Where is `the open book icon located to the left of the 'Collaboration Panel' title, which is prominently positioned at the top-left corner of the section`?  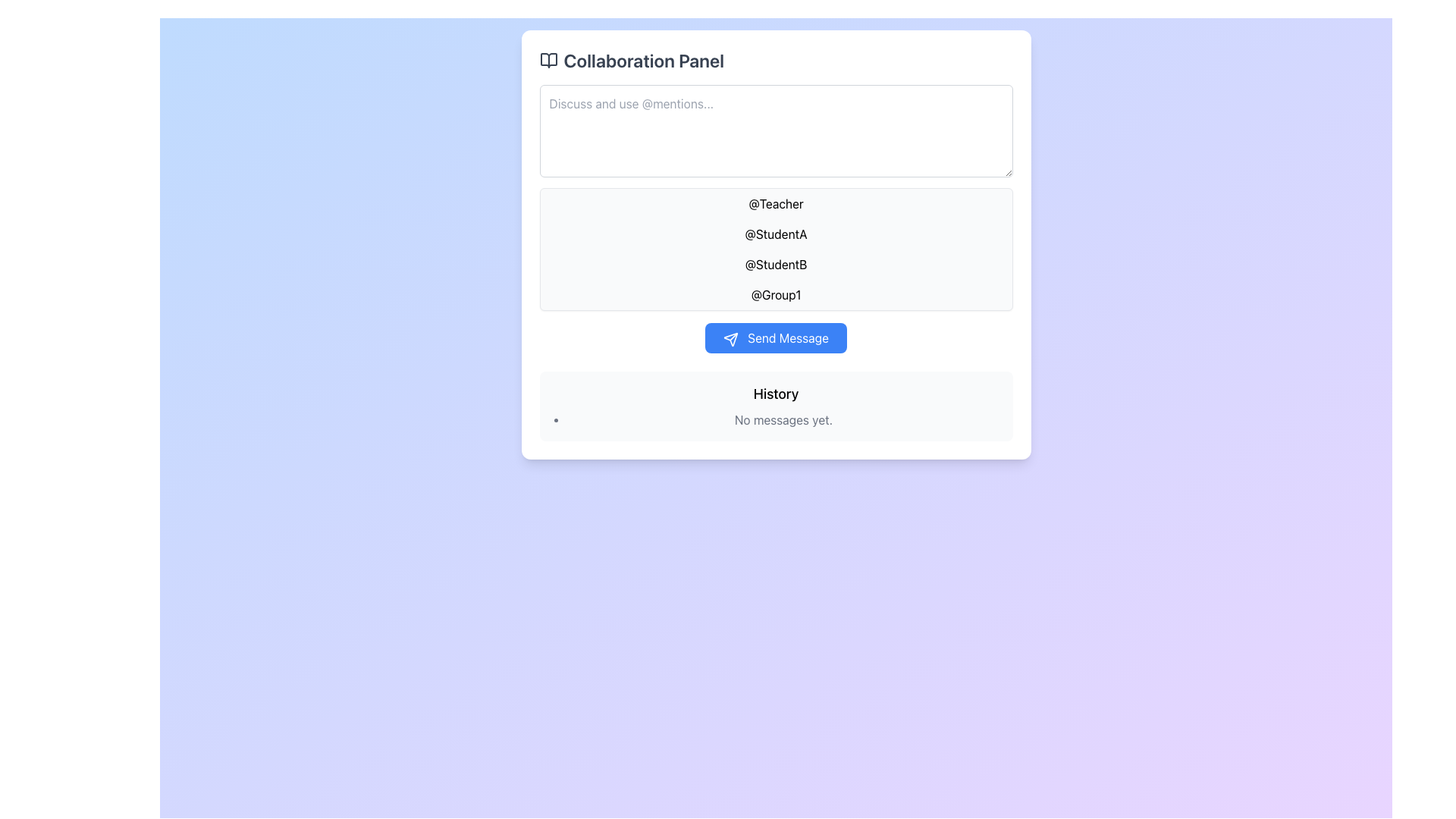 the open book icon located to the left of the 'Collaboration Panel' title, which is prominently positioned at the top-left corner of the section is located at coordinates (548, 60).